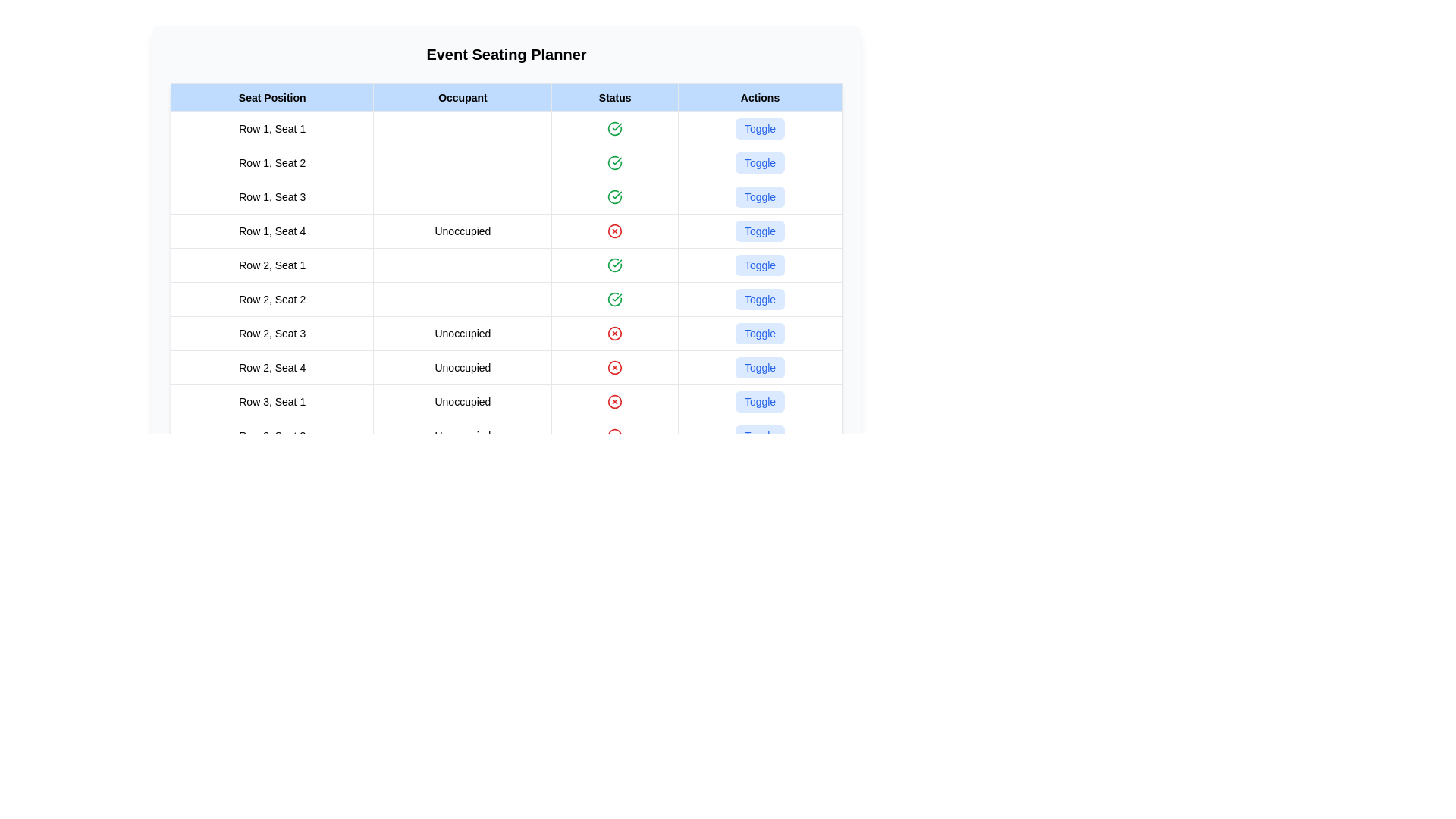 Image resolution: width=1456 pixels, height=819 pixels. I want to click on the fourth seat data row in the table, so click(506, 231).